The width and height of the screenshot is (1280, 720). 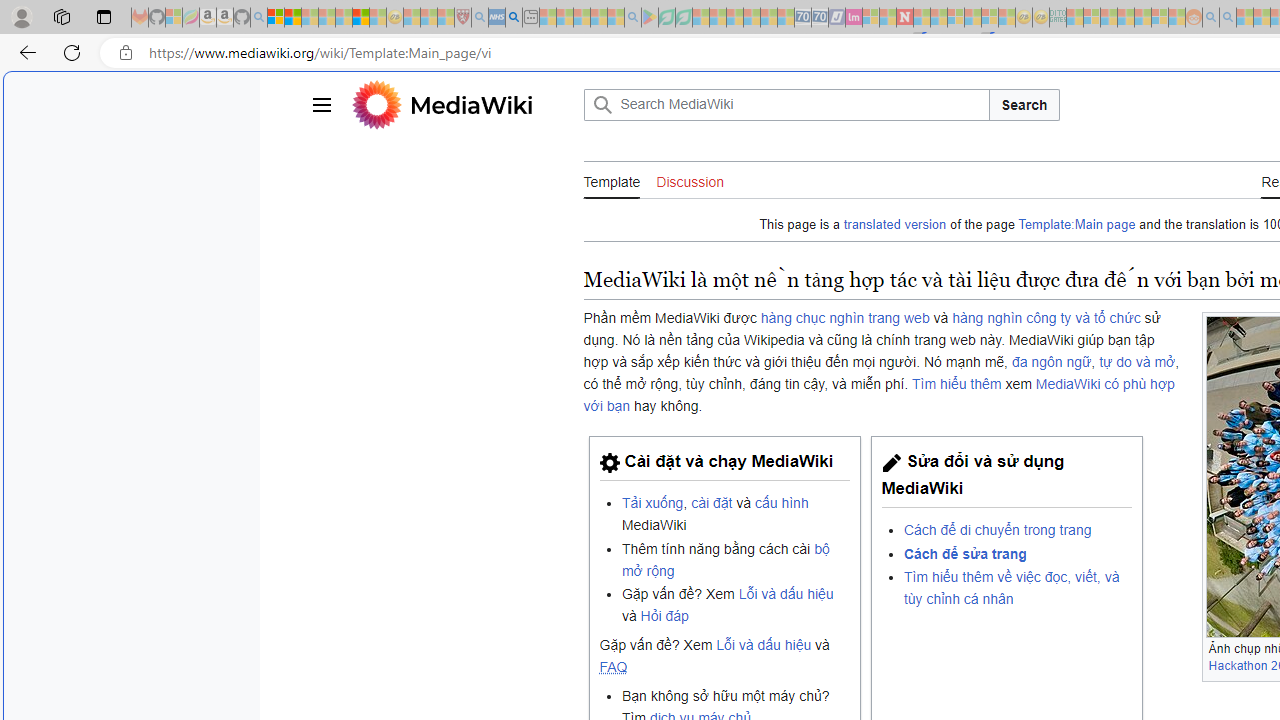 What do you see at coordinates (784, 105) in the screenshot?
I see `'Search MediaWiki'` at bounding box center [784, 105].